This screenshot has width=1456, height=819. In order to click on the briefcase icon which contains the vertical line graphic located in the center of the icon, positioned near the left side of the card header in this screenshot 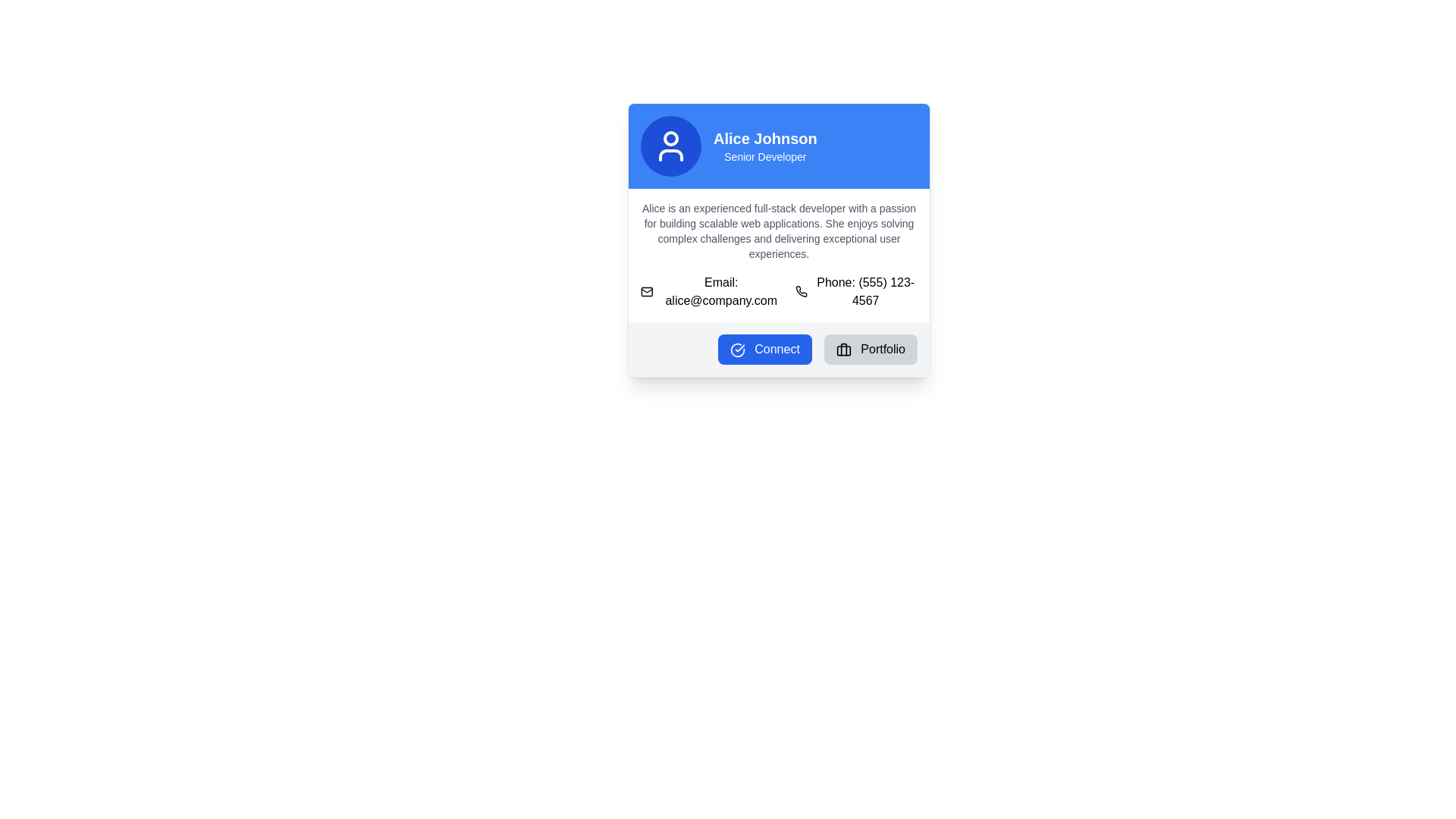, I will do `click(843, 349)`.